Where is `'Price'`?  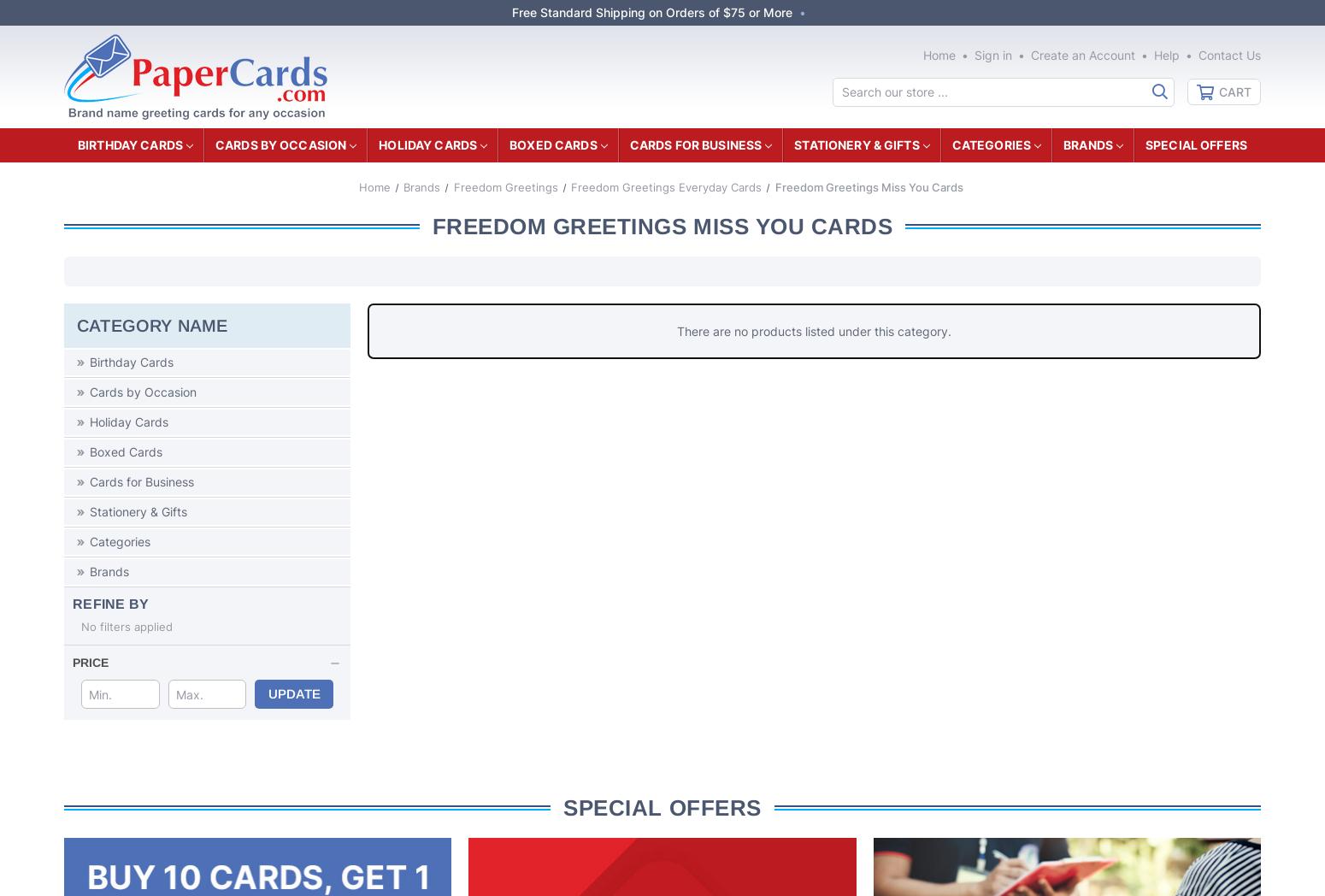
'Price' is located at coordinates (91, 661).